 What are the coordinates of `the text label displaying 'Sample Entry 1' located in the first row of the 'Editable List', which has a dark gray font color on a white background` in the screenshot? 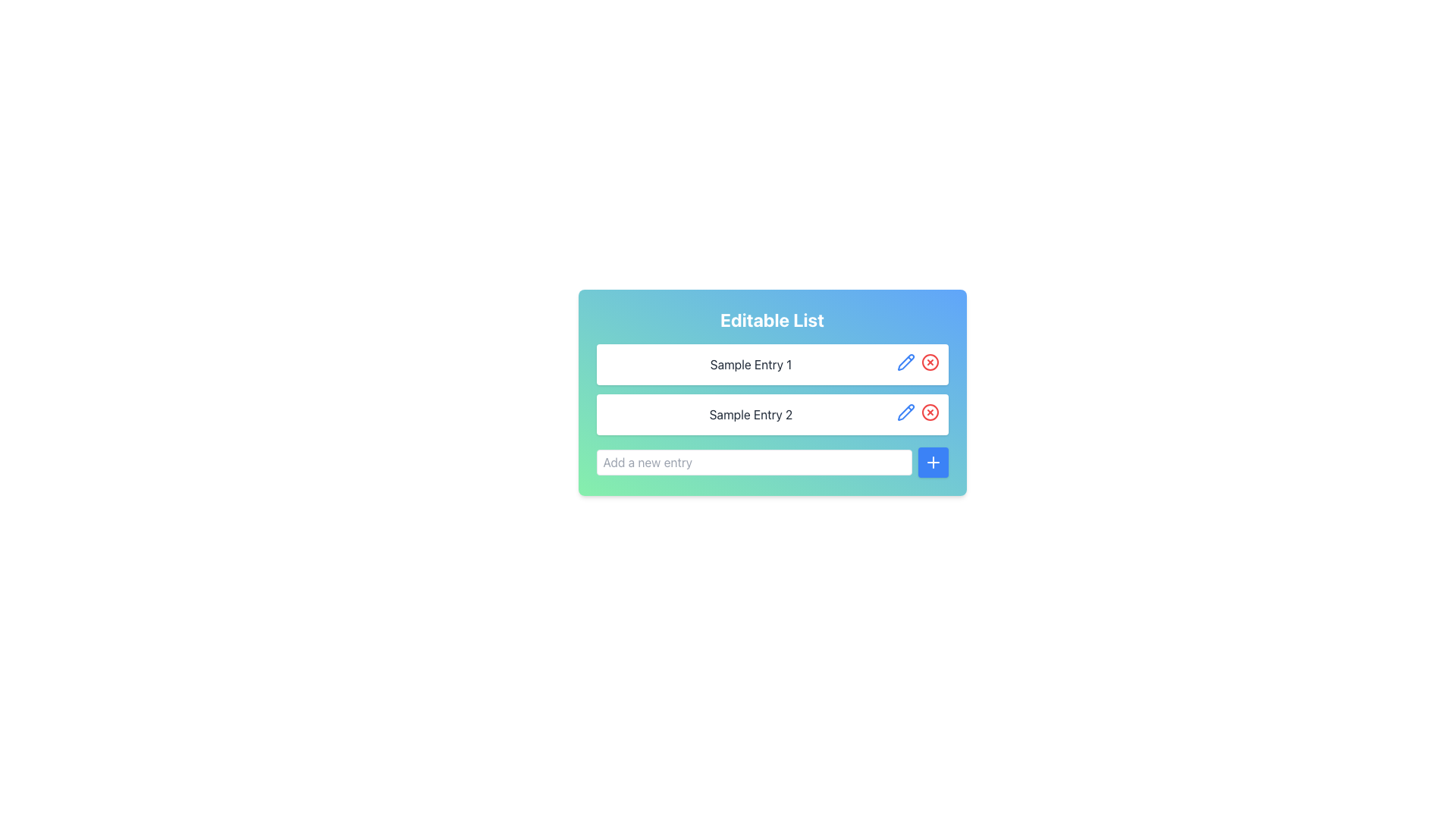 It's located at (751, 365).